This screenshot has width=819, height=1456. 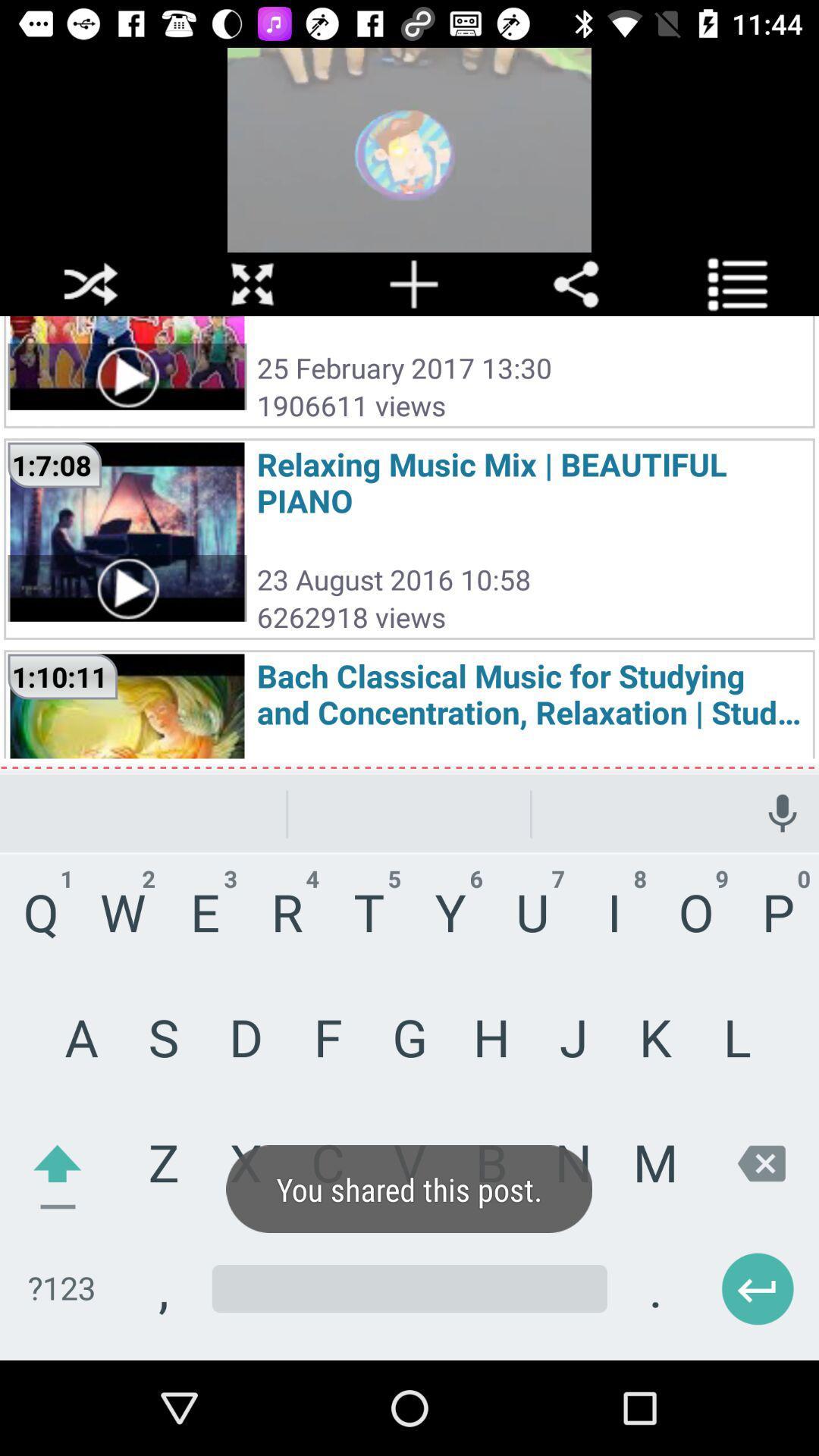 I want to click on the list icon, so click(x=737, y=284).